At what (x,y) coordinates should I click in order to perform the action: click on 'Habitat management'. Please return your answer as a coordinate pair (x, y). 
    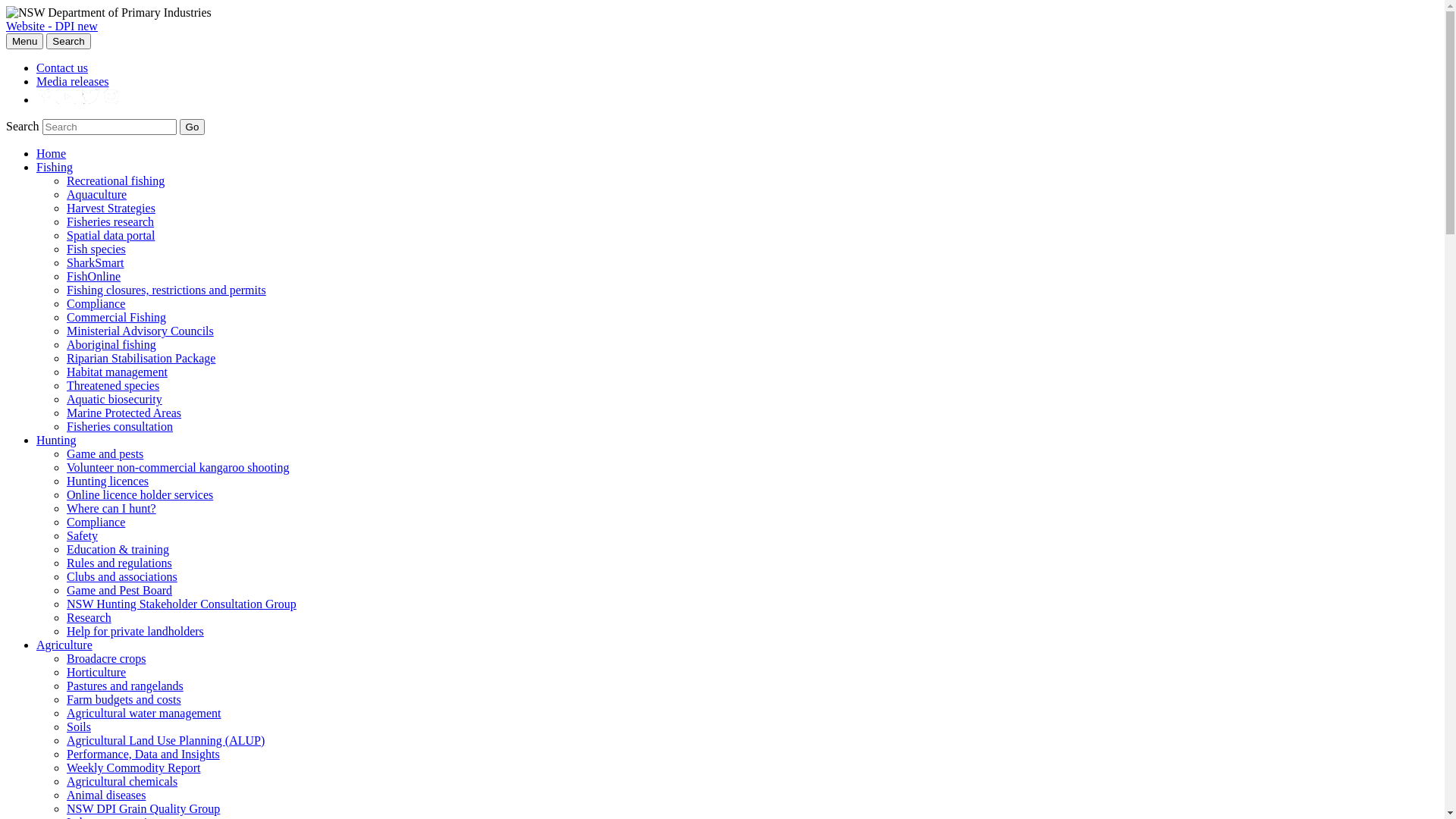
    Looking at the image, I should click on (116, 372).